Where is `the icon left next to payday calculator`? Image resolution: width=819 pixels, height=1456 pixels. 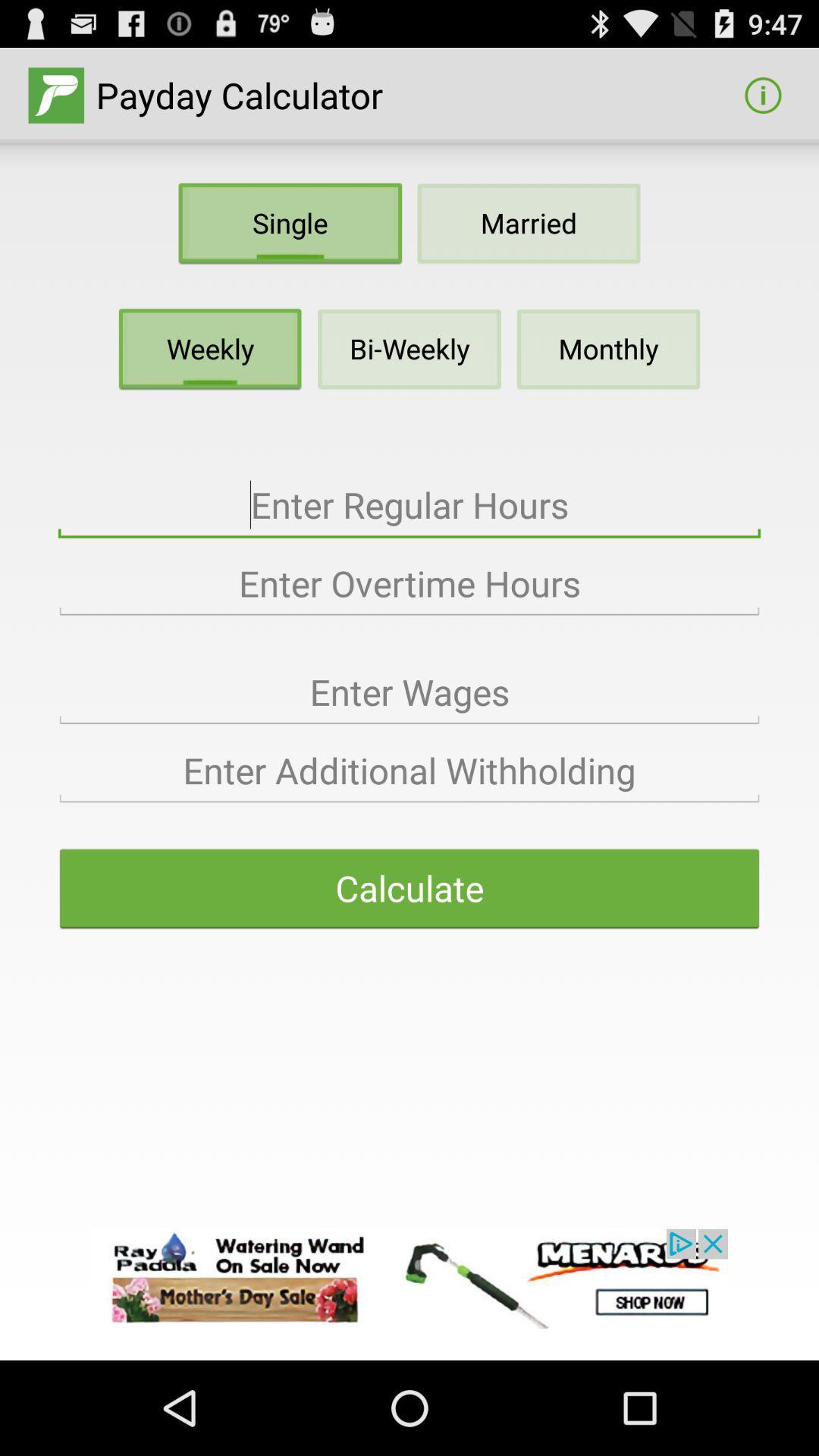
the icon left next to payday calculator is located at coordinates (55, 94).